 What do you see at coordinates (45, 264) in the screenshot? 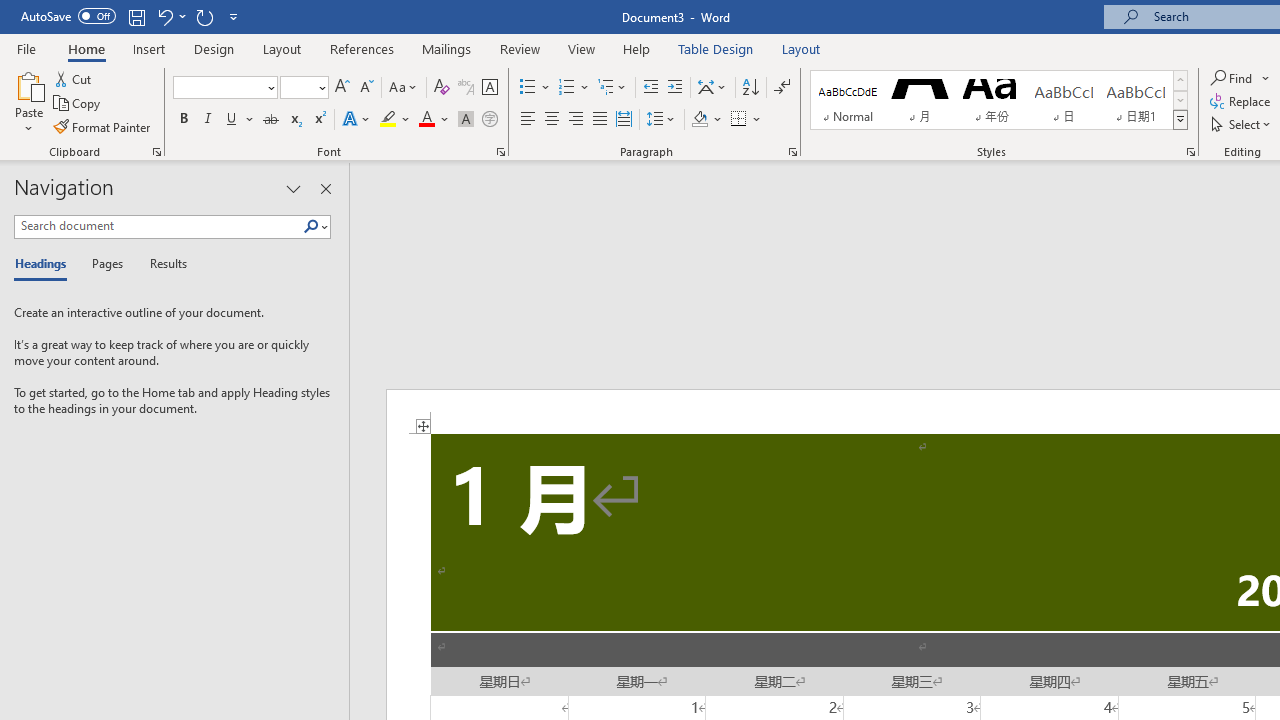
I see `'Headings'` at bounding box center [45, 264].